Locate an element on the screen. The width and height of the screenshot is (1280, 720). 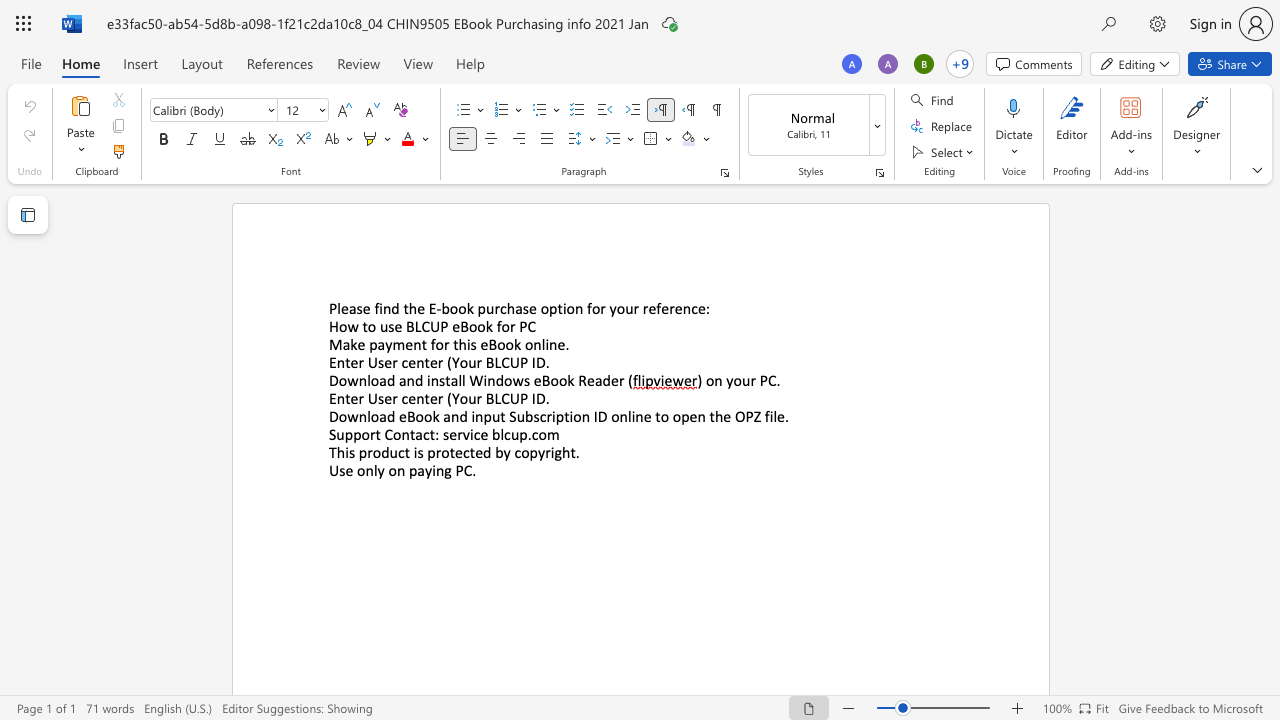
the space between the continuous character "n" and "e" in the text is located at coordinates (557, 343).